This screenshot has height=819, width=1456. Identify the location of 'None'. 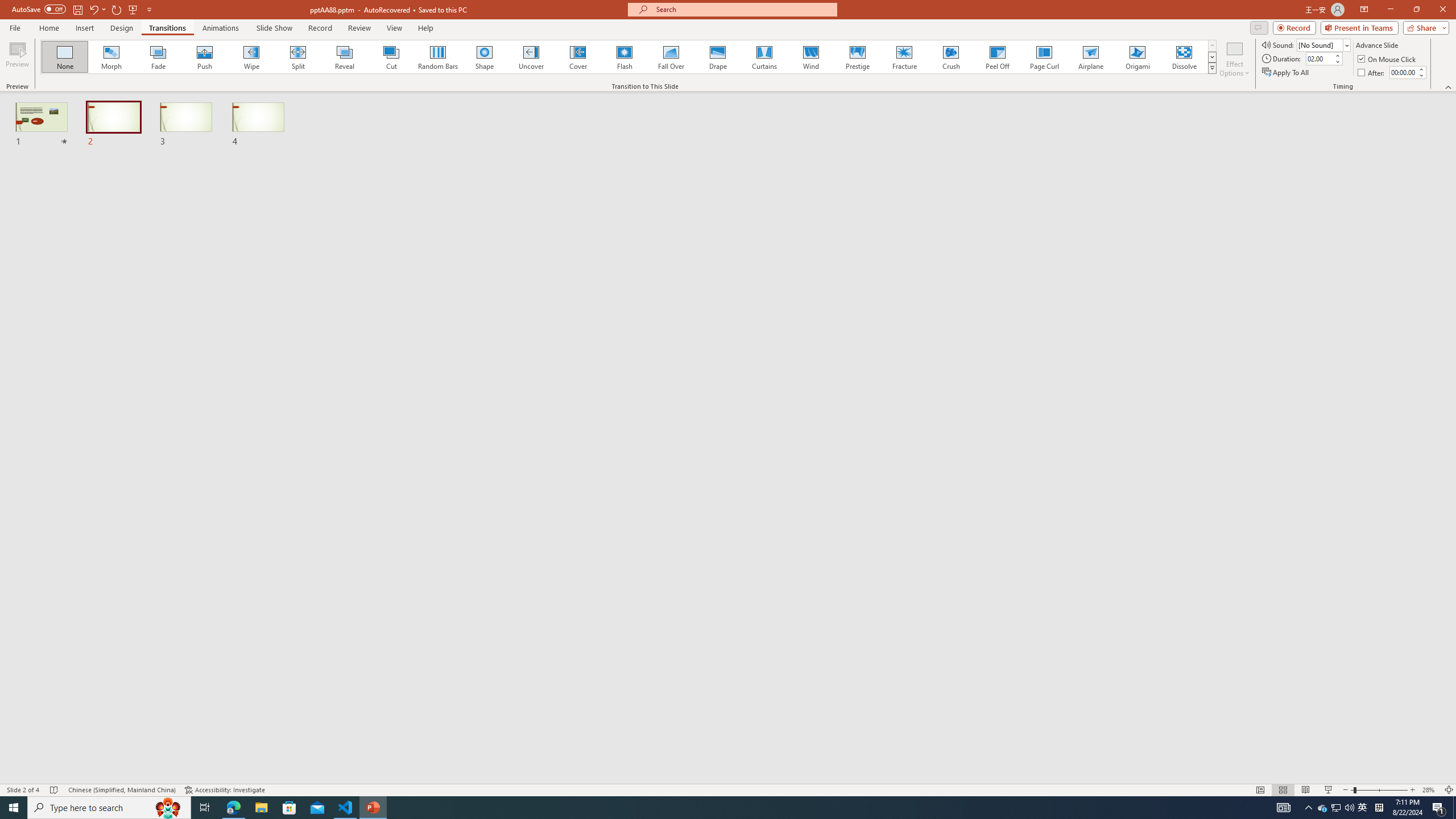
(65, 56).